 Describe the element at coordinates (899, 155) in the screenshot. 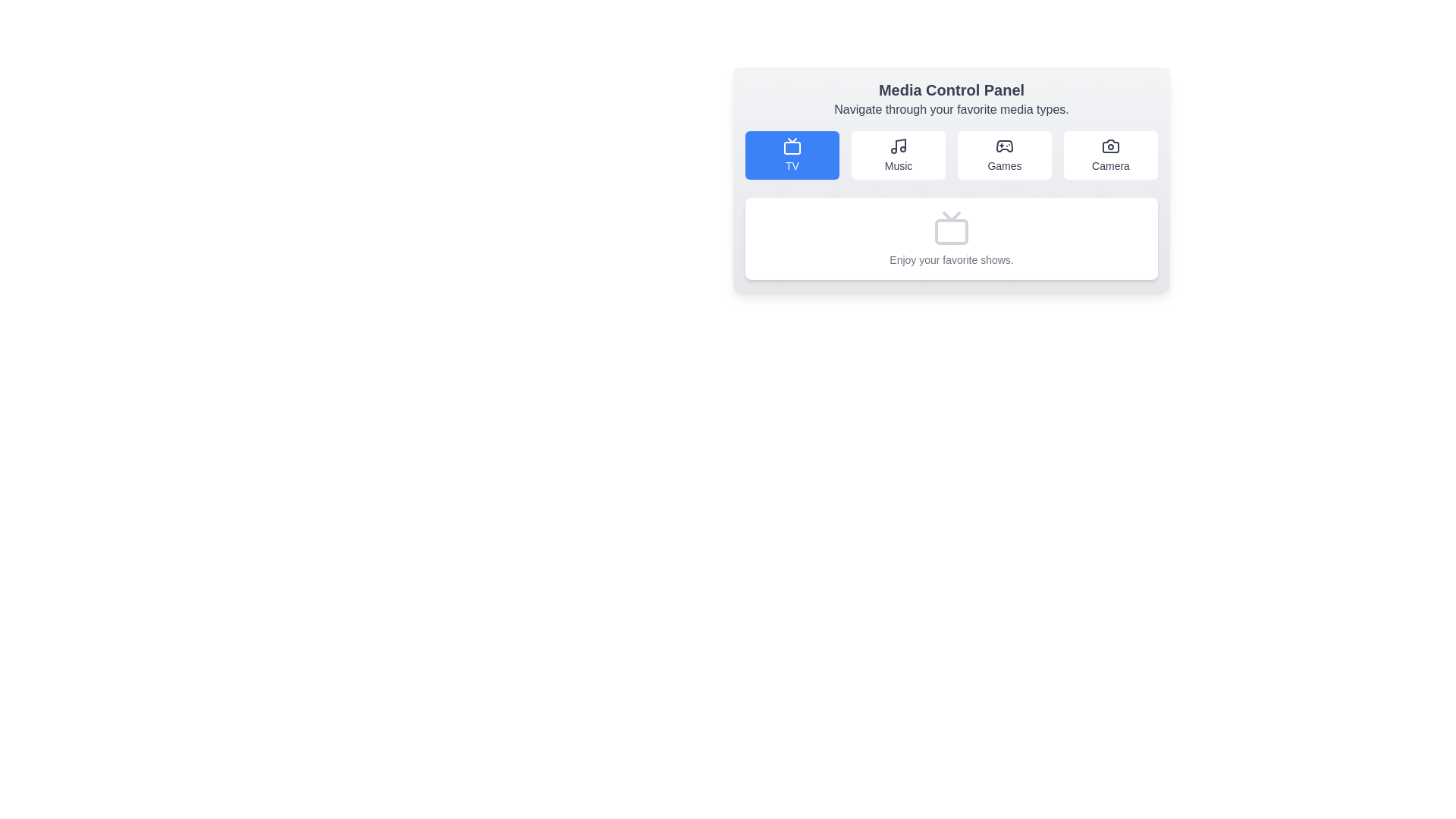

I see `the 'Music' button, which is a rectangular button with rounded corners, white background, and gray text displaying a musical note symbol above the text 'Music'` at that location.